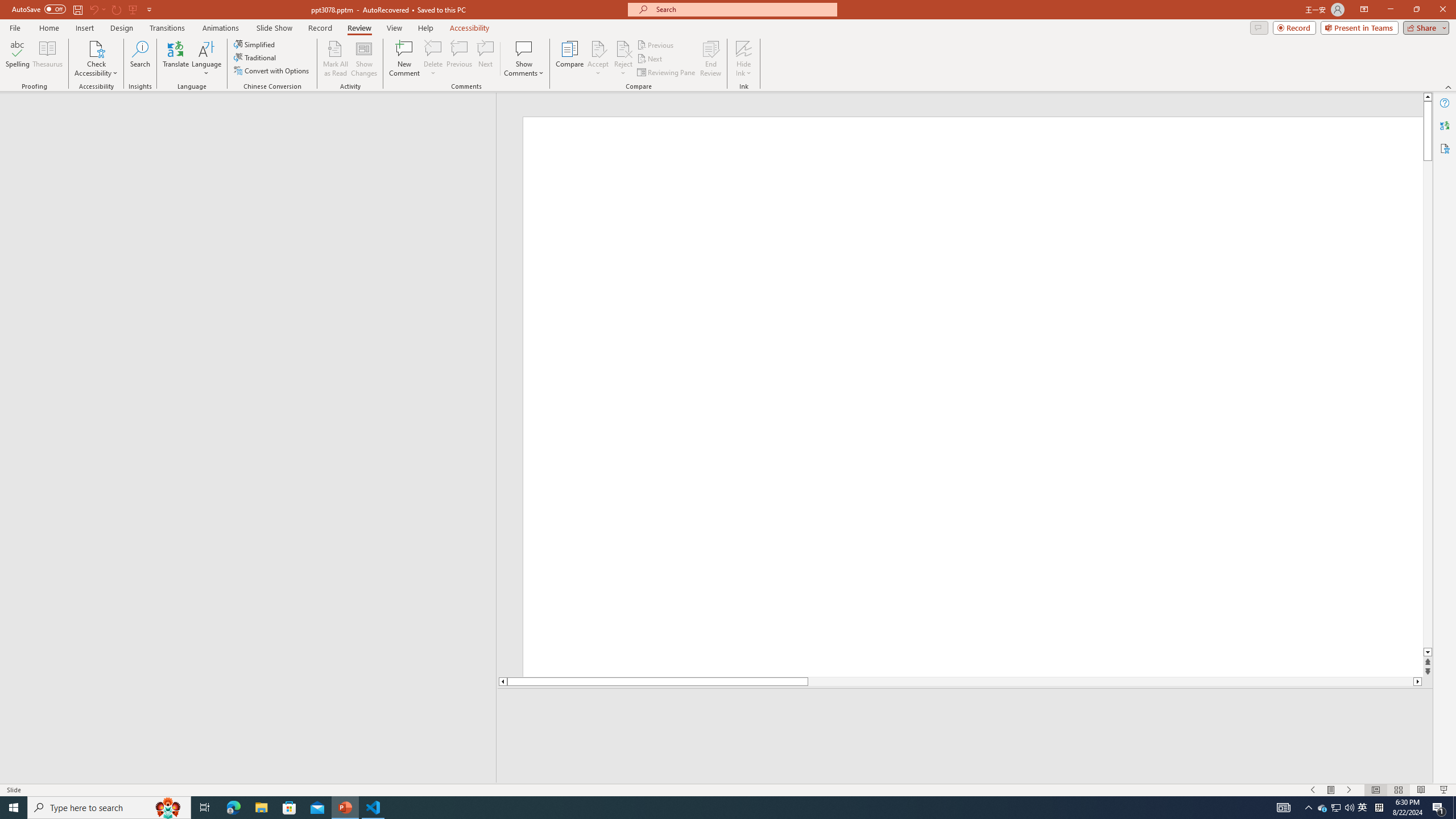 The image size is (1456, 819). What do you see at coordinates (255, 44) in the screenshot?
I see `'Simplified'` at bounding box center [255, 44].